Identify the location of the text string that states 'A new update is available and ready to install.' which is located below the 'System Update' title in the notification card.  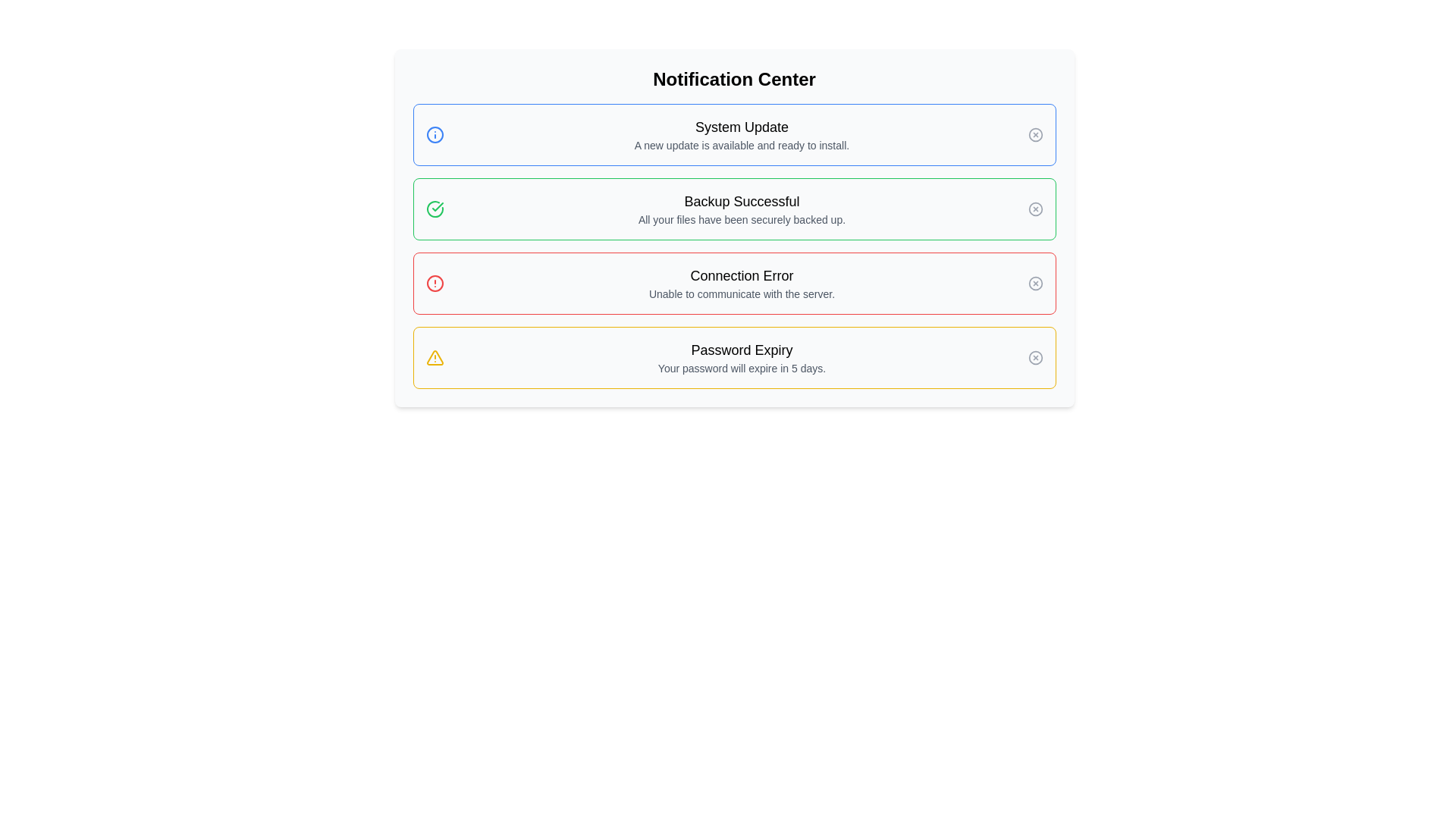
(742, 146).